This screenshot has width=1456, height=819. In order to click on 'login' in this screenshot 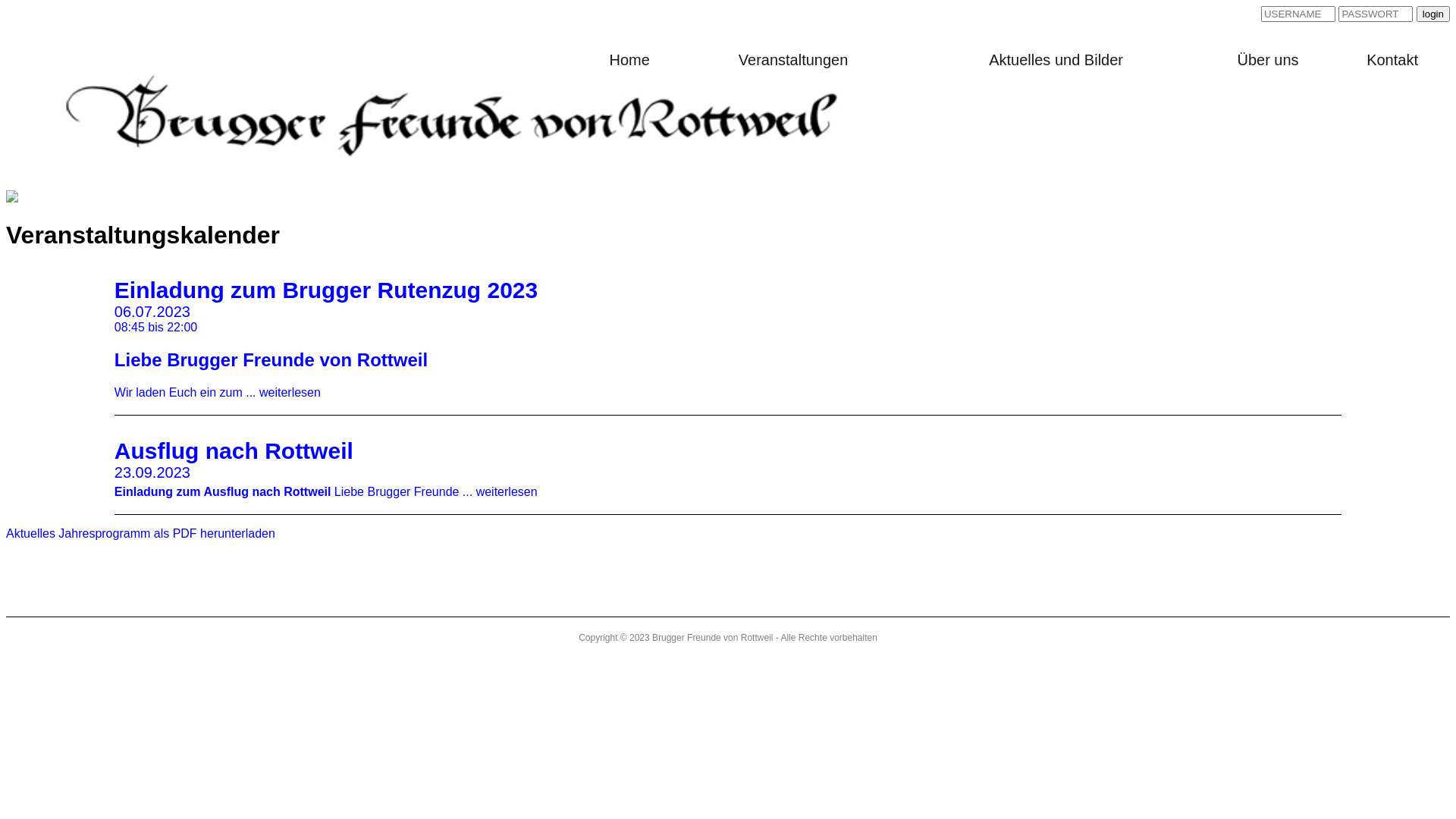, I will do `click(1432, 14)`.